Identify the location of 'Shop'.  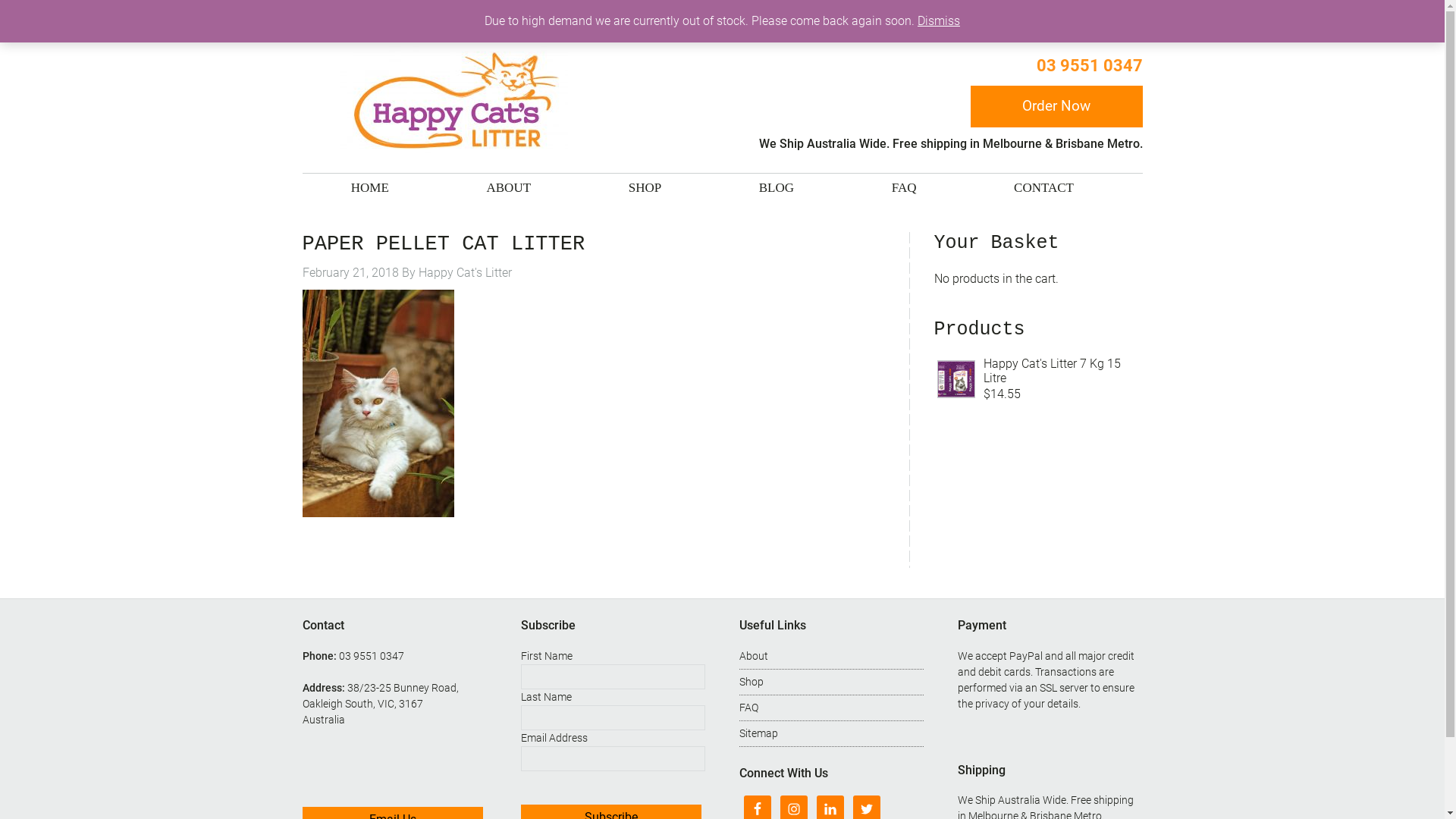
(751, 680).